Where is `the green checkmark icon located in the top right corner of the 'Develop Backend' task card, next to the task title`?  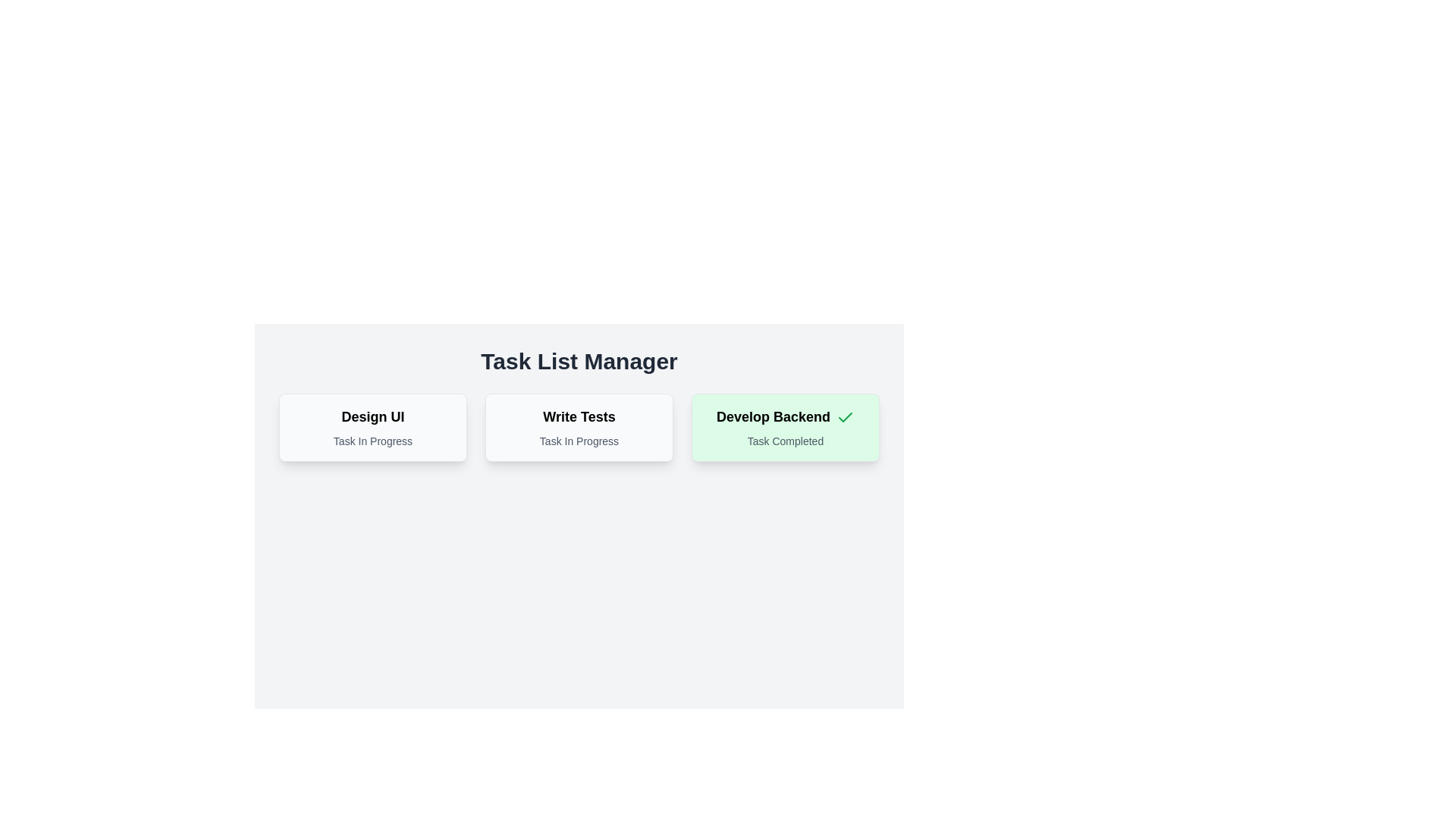 the green checkmark icon located in the top right corner of the 'Develop Backend' task card, next to the task title is located at coordinates (844, 417).